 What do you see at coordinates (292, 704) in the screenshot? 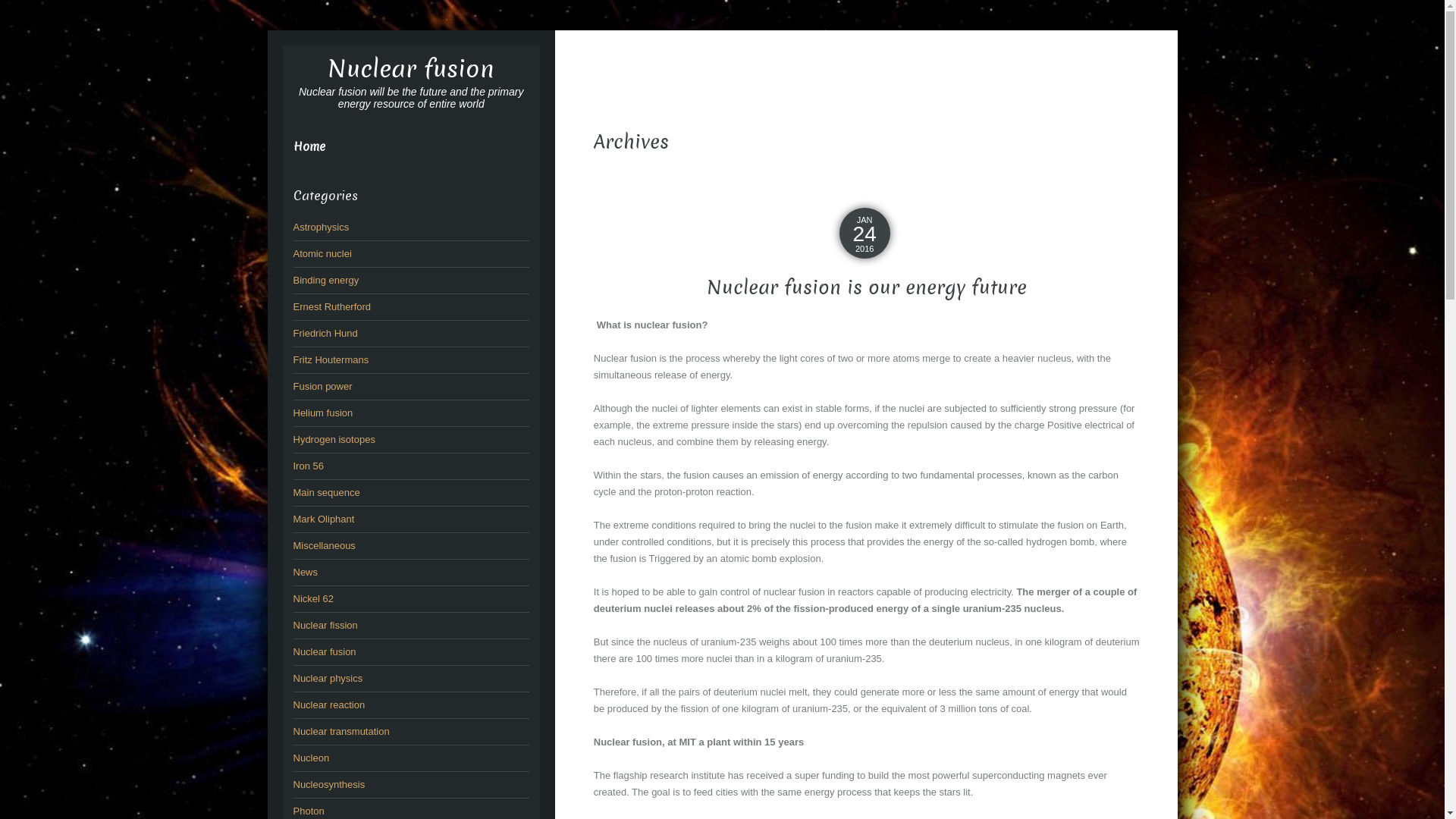
I see `'Nuclear reaction'` at bounding box center [292, 704].